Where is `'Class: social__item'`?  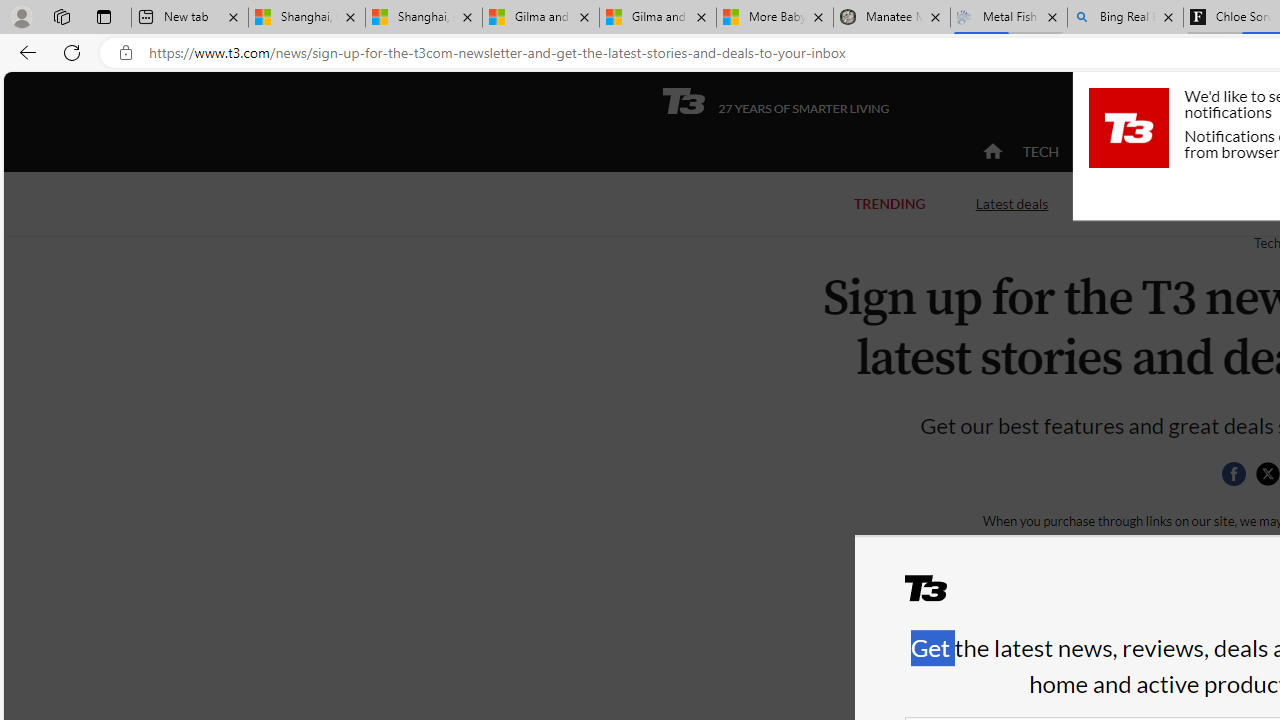 'Class: social__item' is located at coordinates (1237, 477).